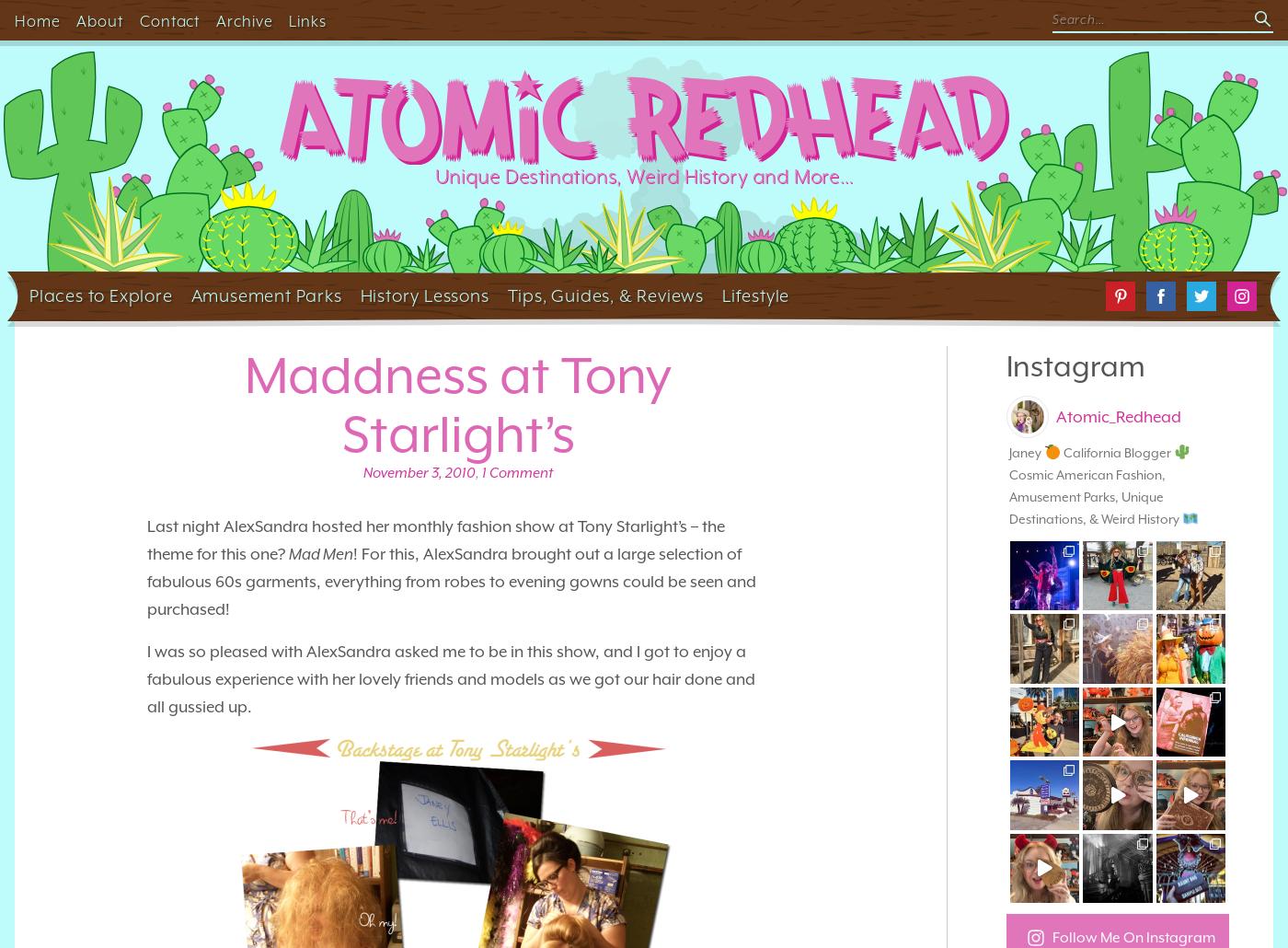  Describe the element at coordinates (1118, 415) in the screenshot. I see `'Atomic_Redhead'` at that location.